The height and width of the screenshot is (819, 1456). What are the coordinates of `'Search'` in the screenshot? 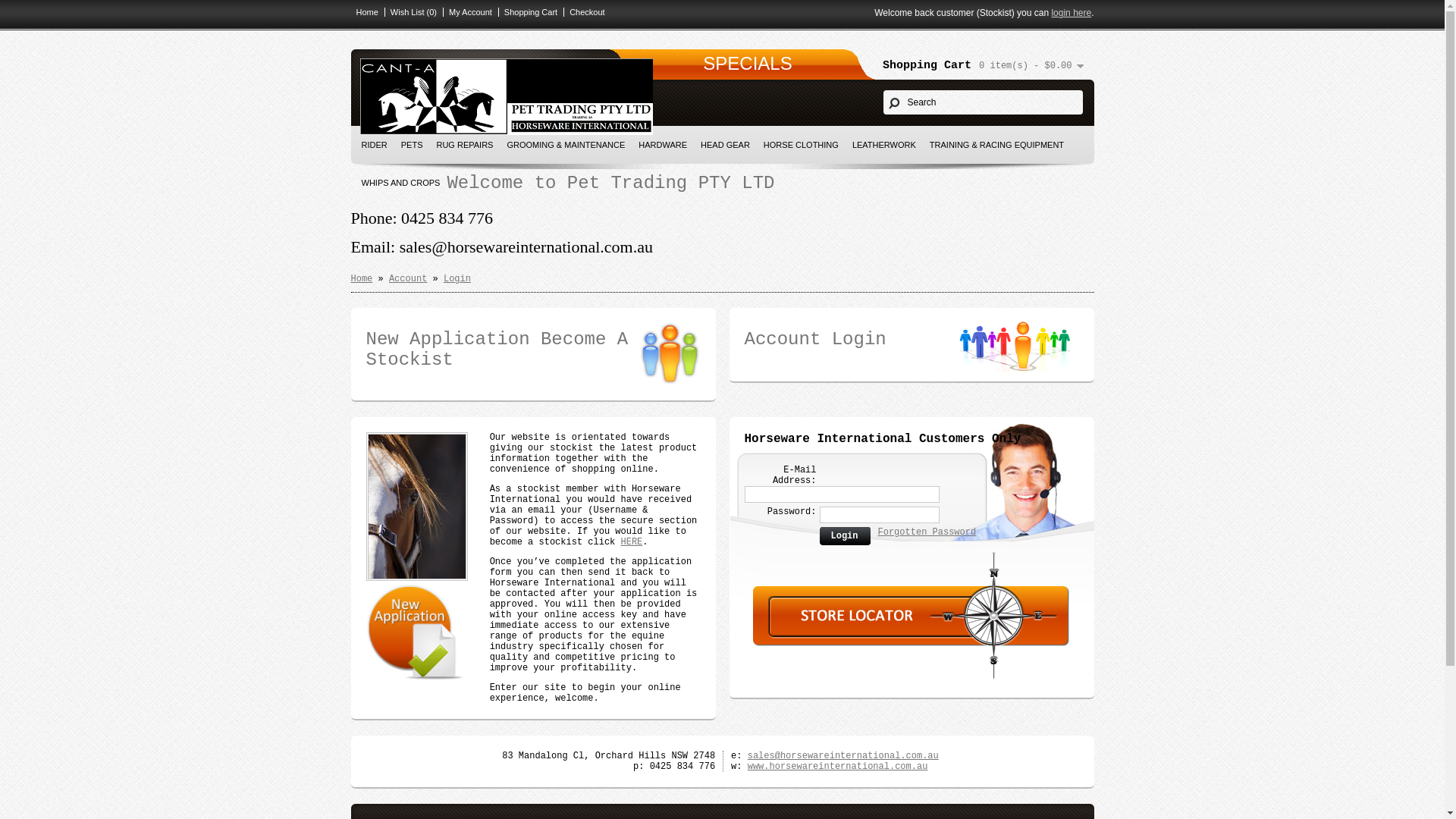 It's located at (982, 102).